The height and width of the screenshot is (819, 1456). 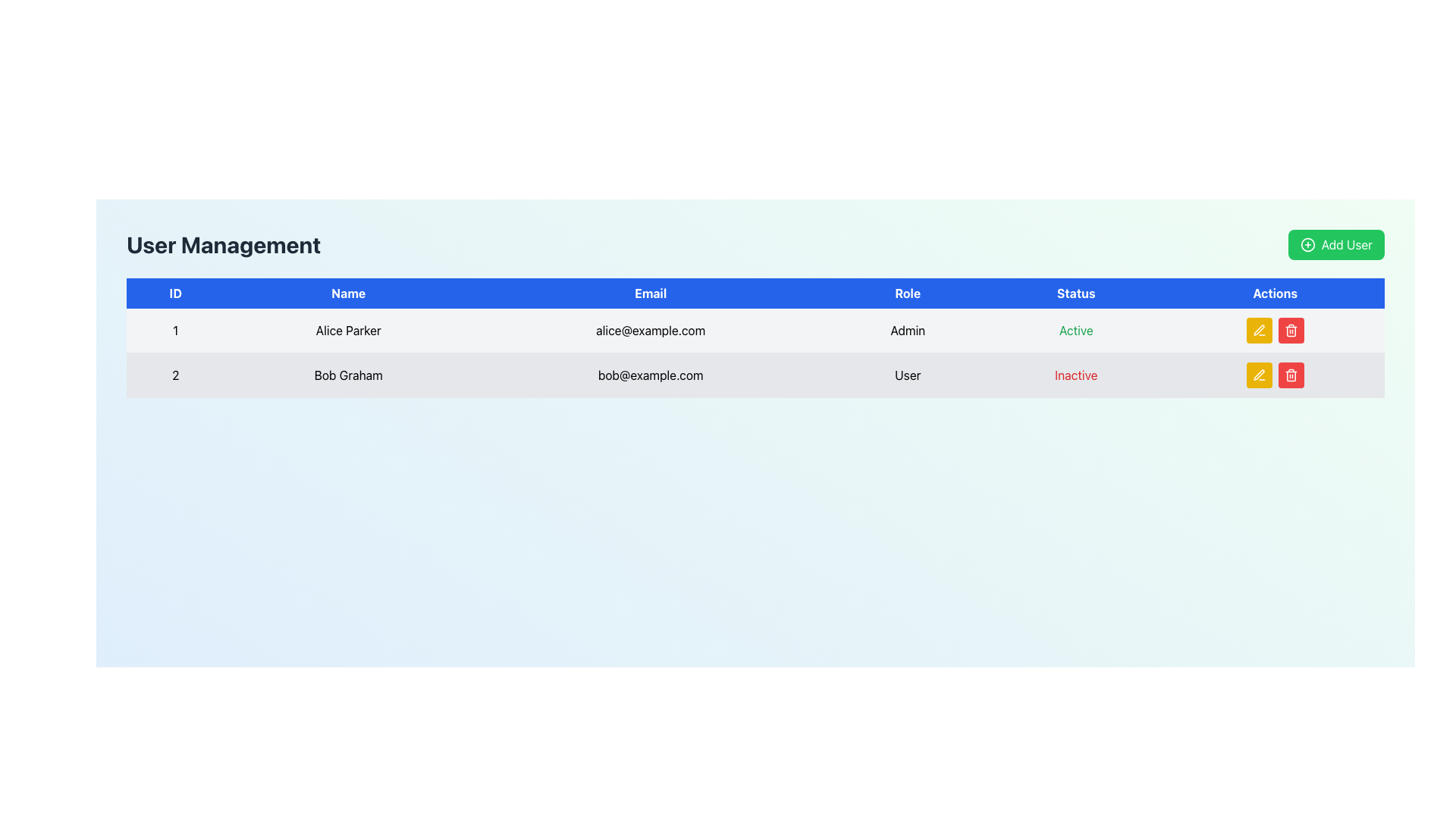 I want to click on the ID header label in the table, which is the first label from the left in the header row, indicating the IDs of the rows beneath, so click(x=175, y=293).